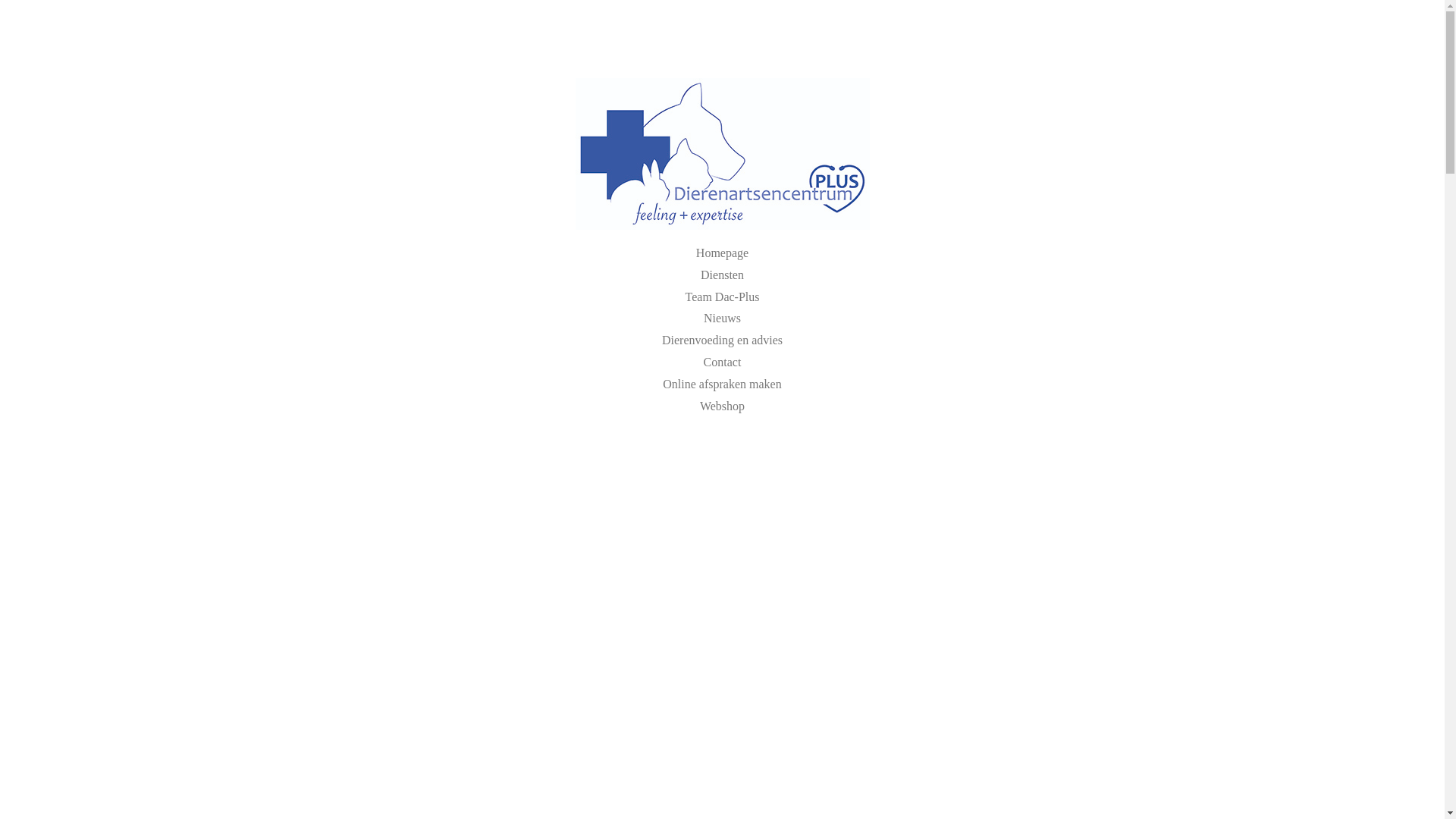 The width and height of the screenshot is (1456, 819). I want to click on 'Diensten', so click(721, 275).